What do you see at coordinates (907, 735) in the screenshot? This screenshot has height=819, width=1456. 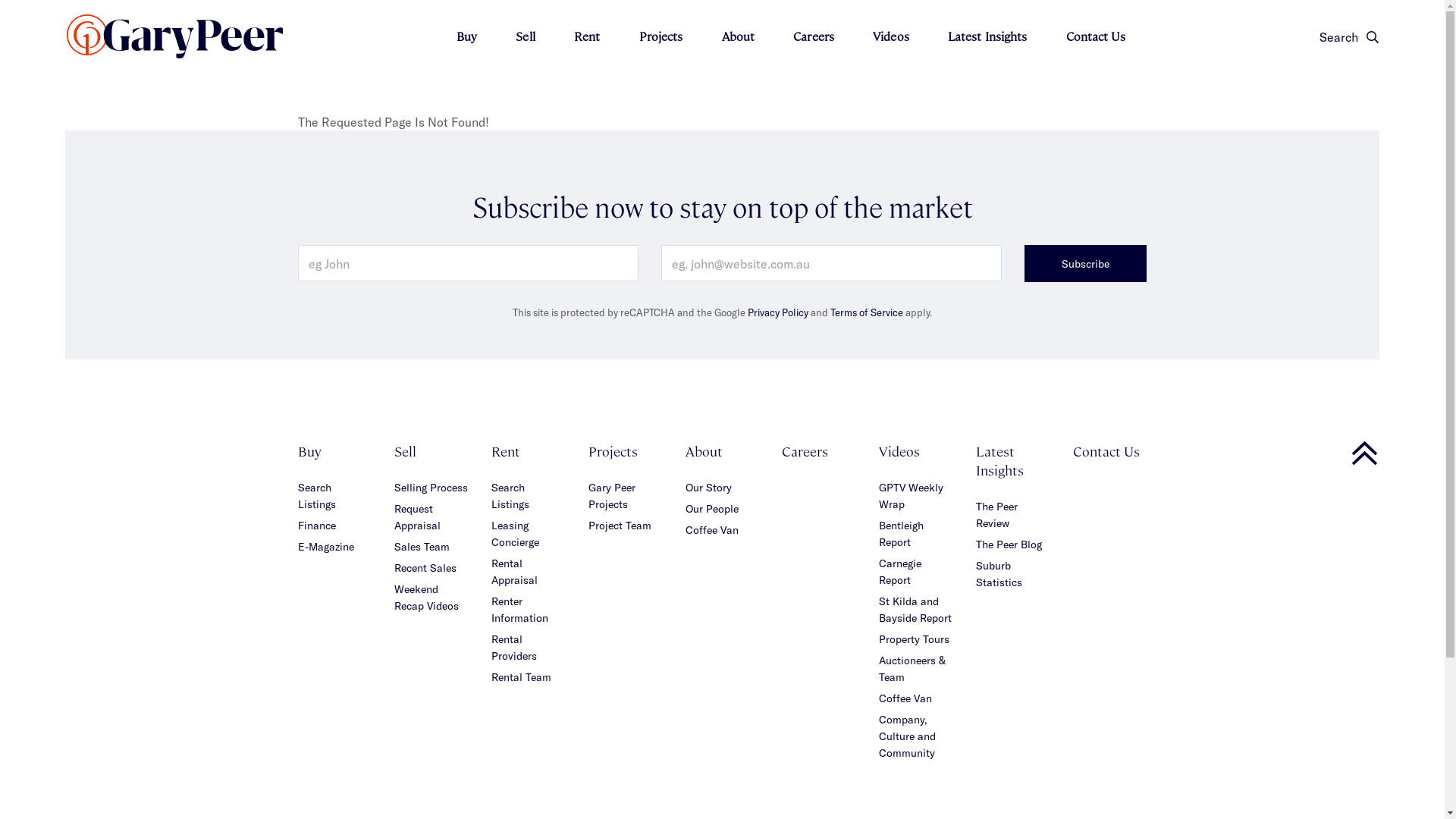 I see `'Company, Culture and Community'` at bounding box center [907, 735].